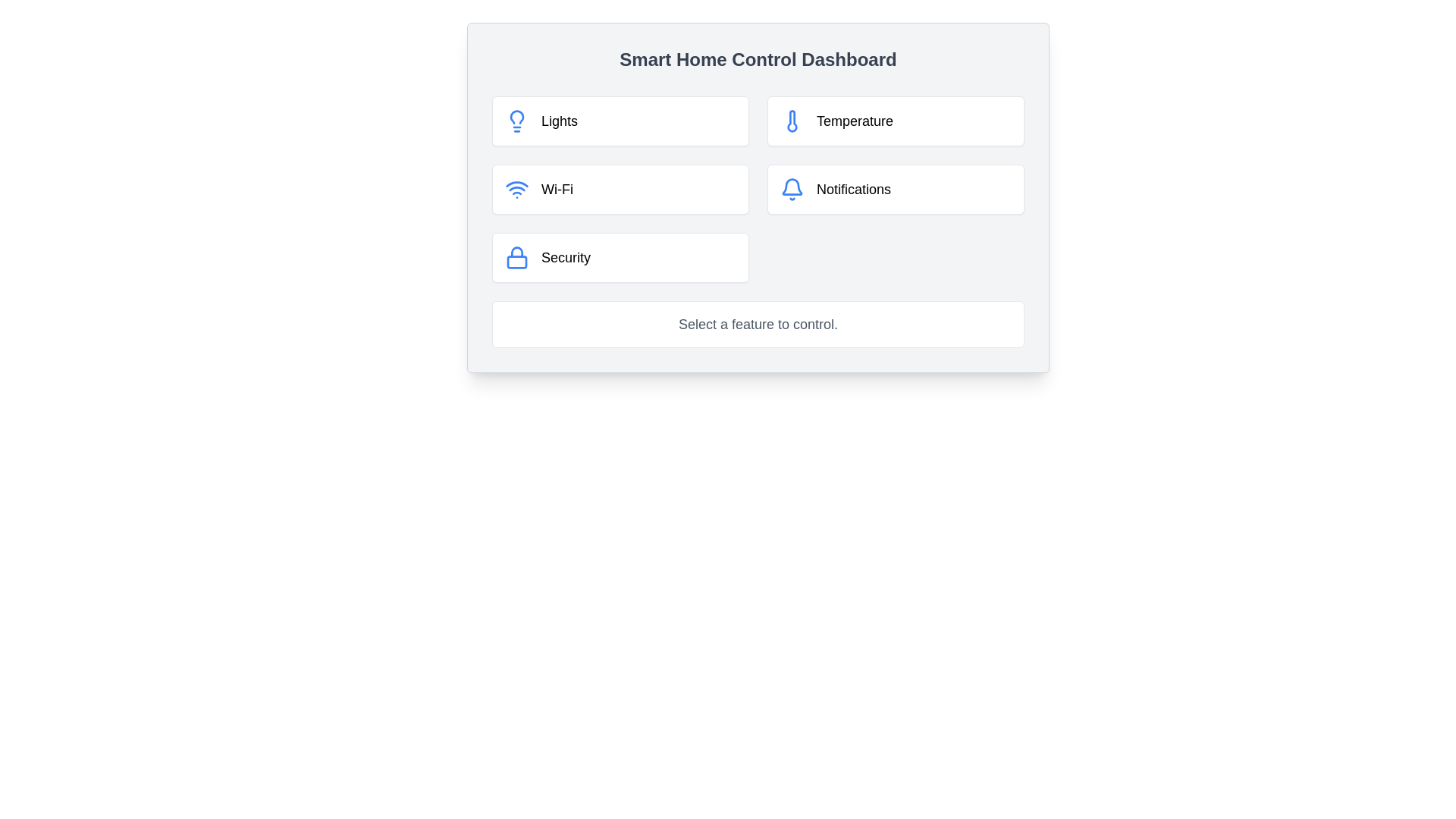 The height and width of the screenshot is (819, 1456). What do you see at coordinates (516, 184) in the screenshot?
I see `the first arc of the Wi-Fi symbol, which is a blue curved line in the Wi-Fi icon located in the second row of the control panel` at bounding box center [516, 184].